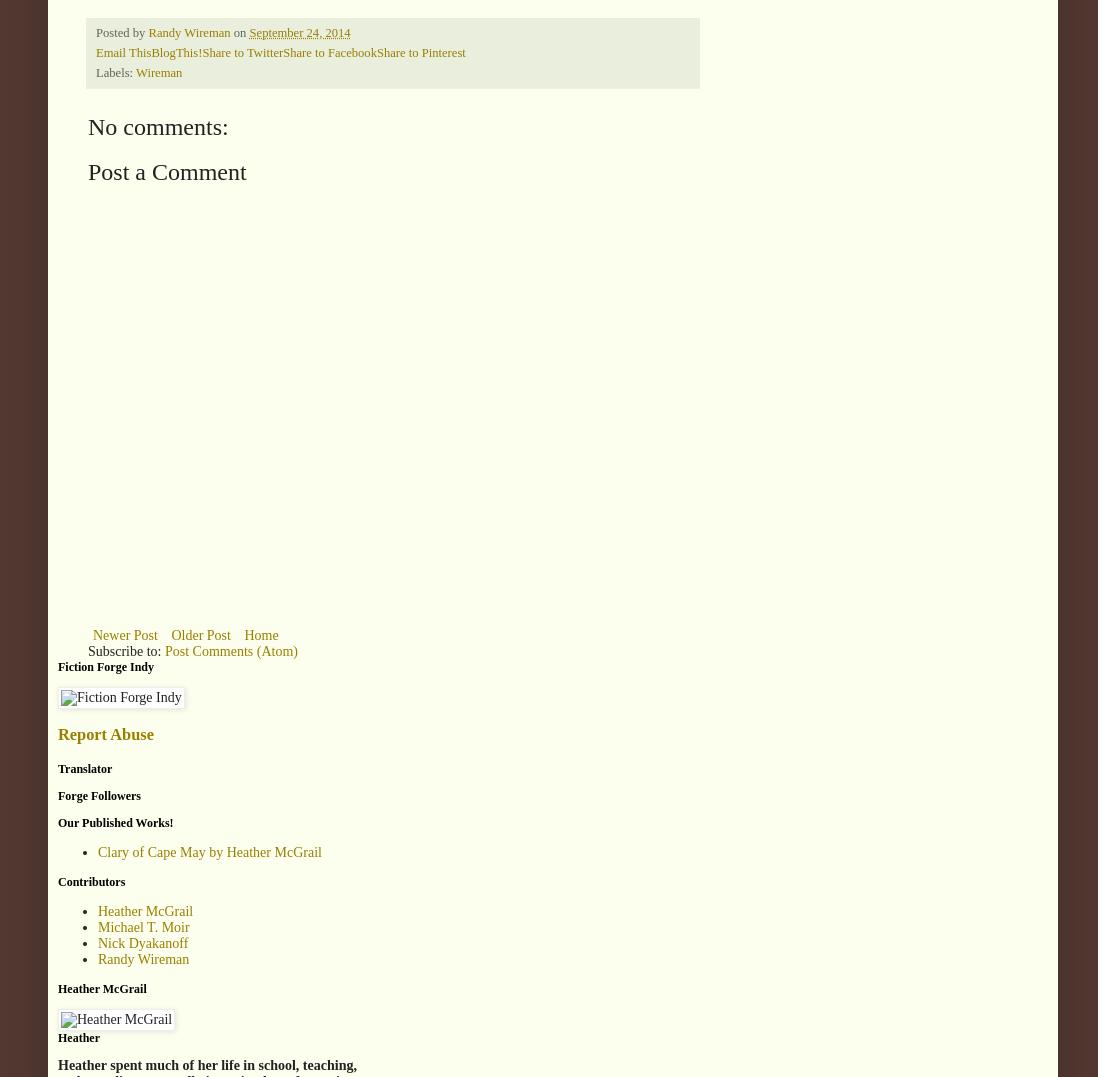  Describe the element at coordinates (124, 635) in the screenshot. I see `'Newer Post'` at that location.